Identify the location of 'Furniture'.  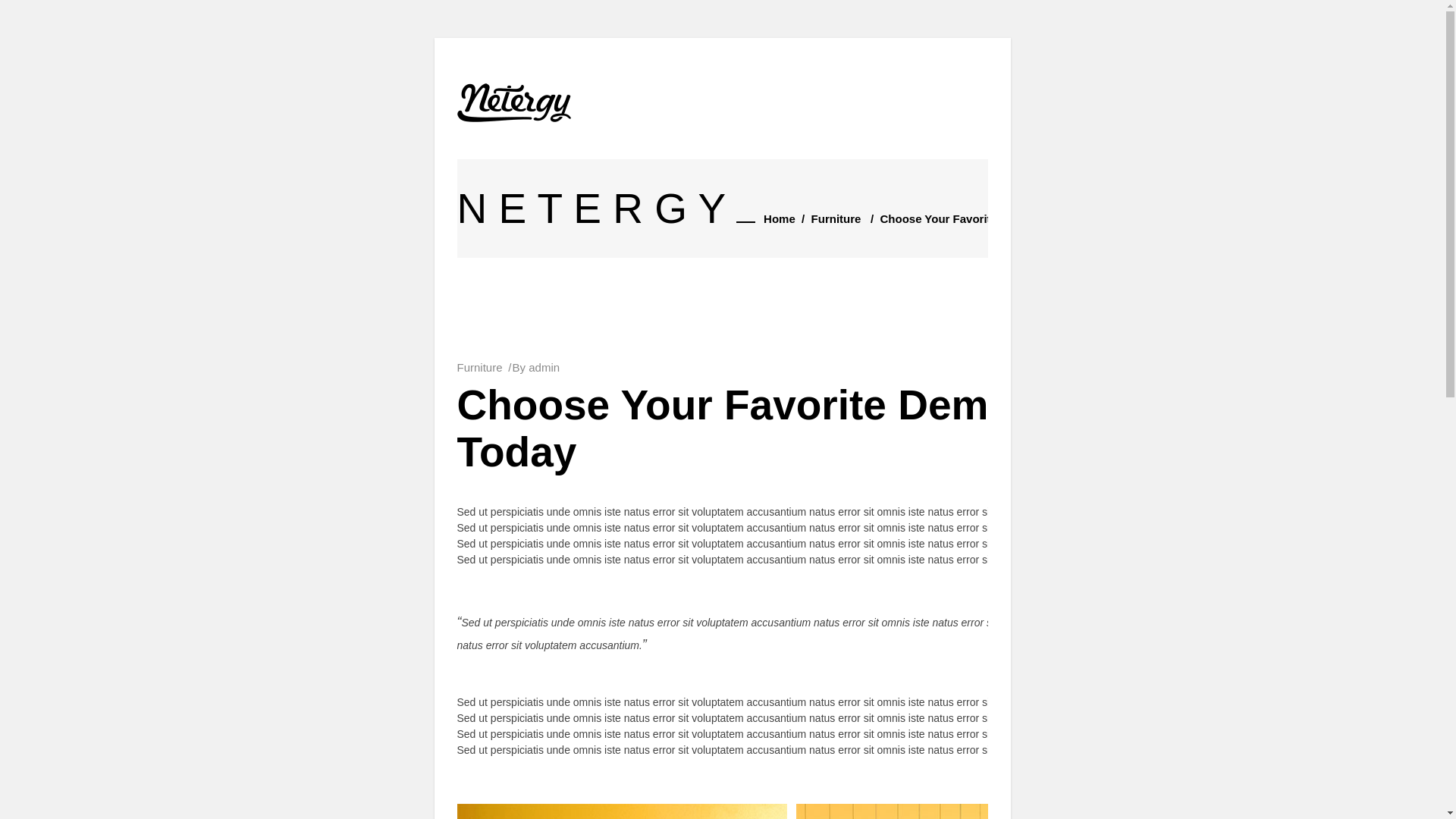
(479, 367).